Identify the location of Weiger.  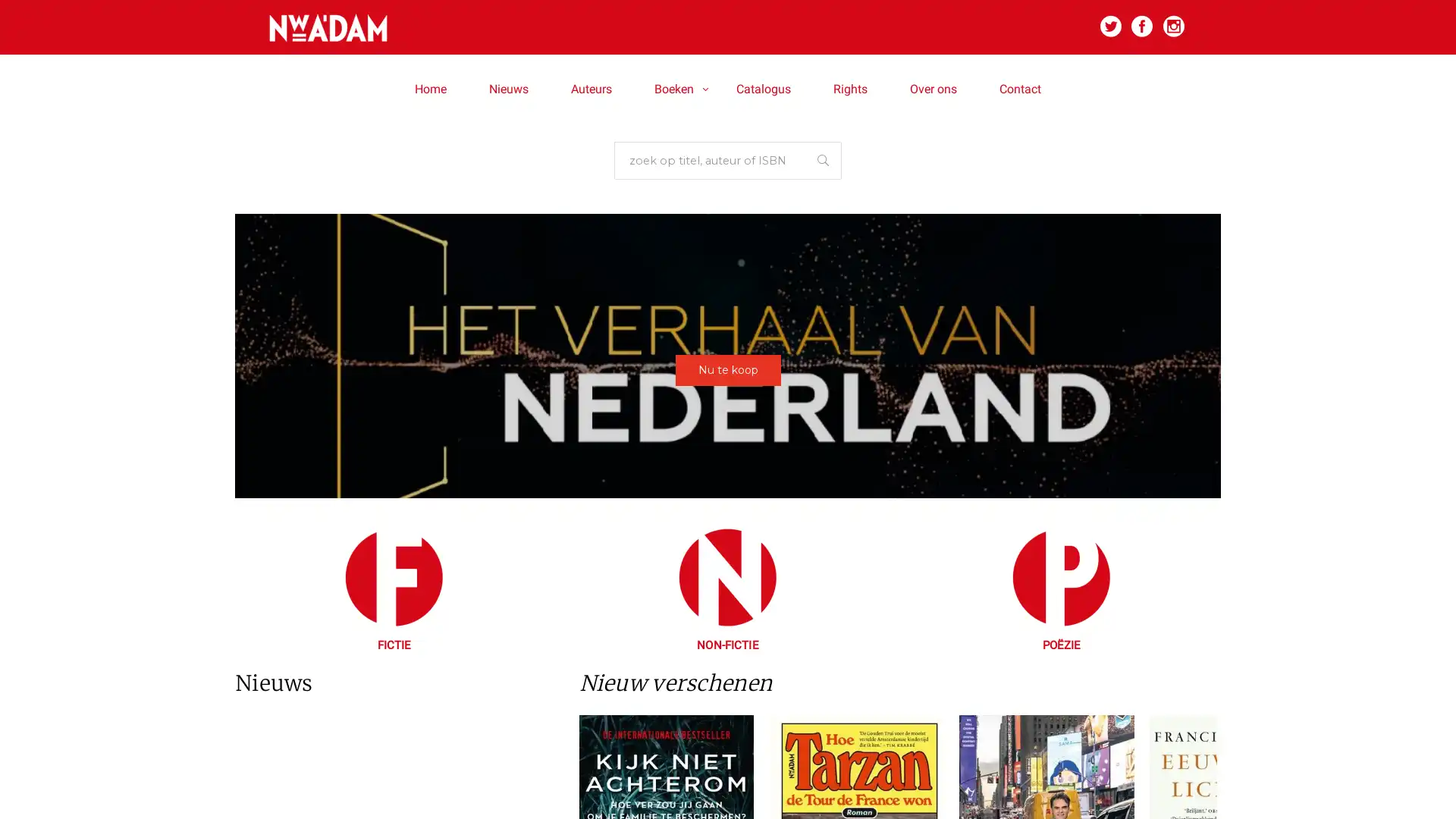
(726, 463).